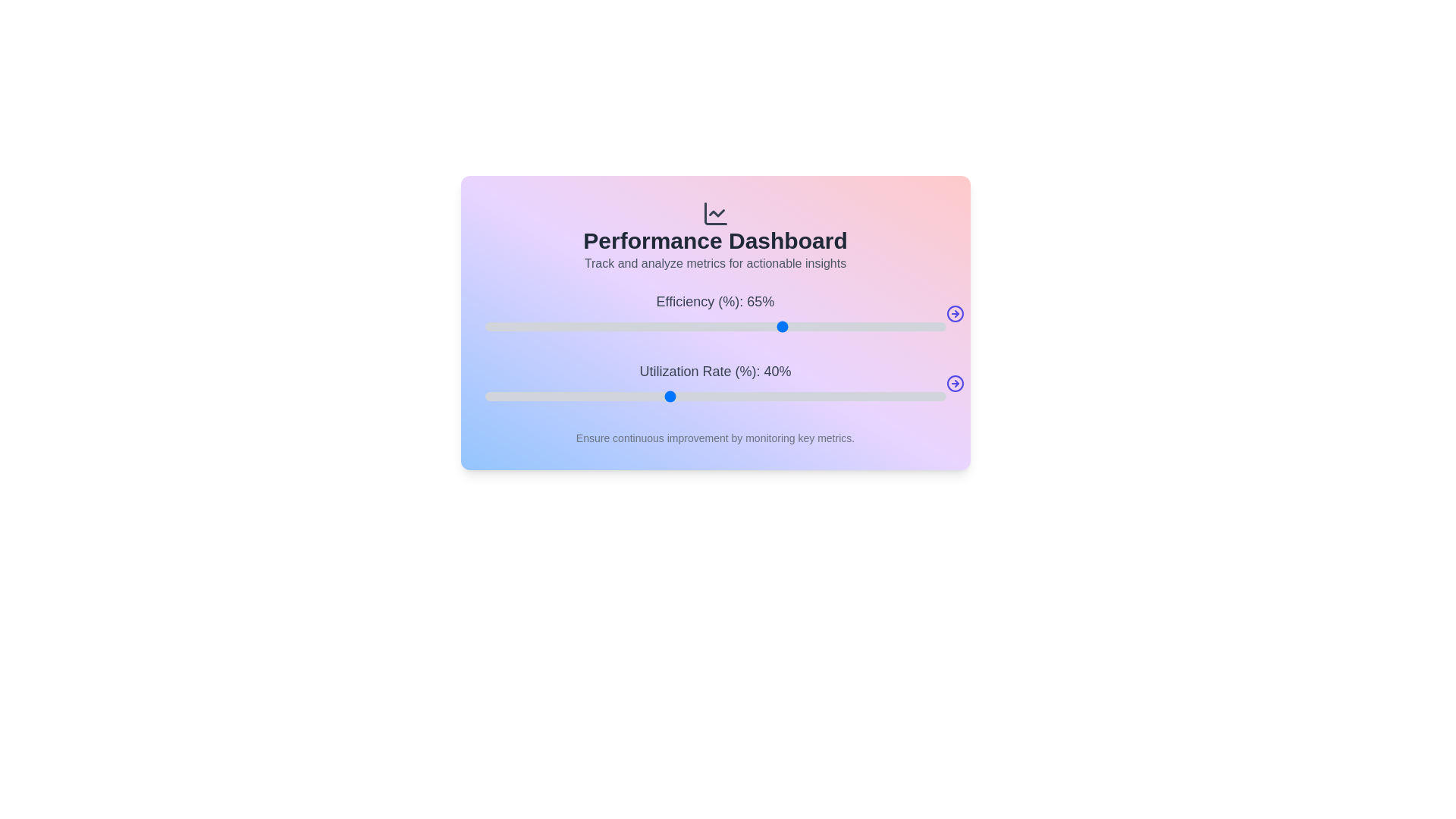 The image size is (1456, 819). What do you see at coordinates (719, 396) in the screenshot?
I see `the Utilization Rate slider to 51%` at bounding box center [719, 396].